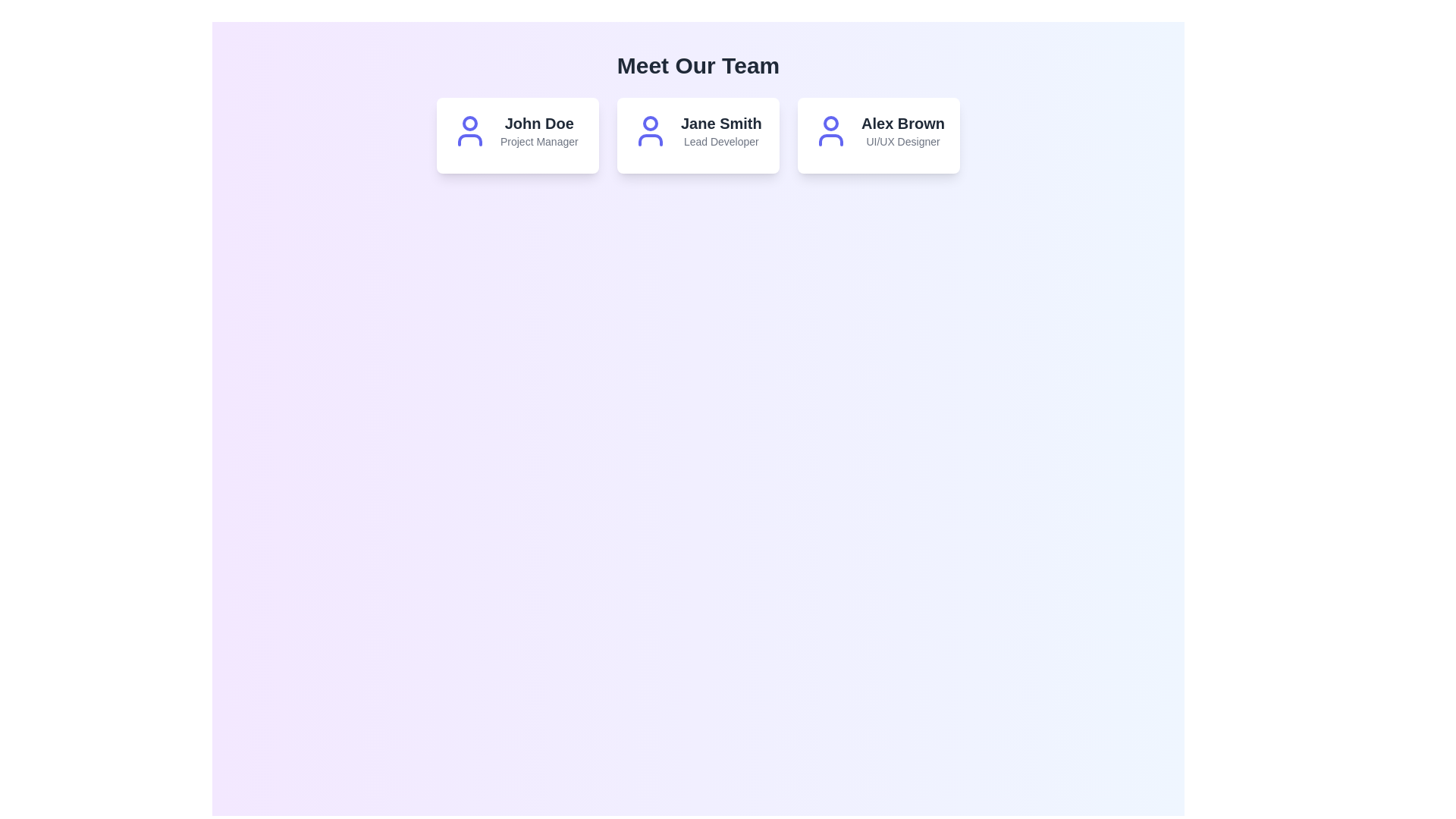 This screenshot has height=819, width=1456. Describe the element at coordinates (878, 130) in the screenshot. I see `the rightmost profile card representing a team member` at that location.